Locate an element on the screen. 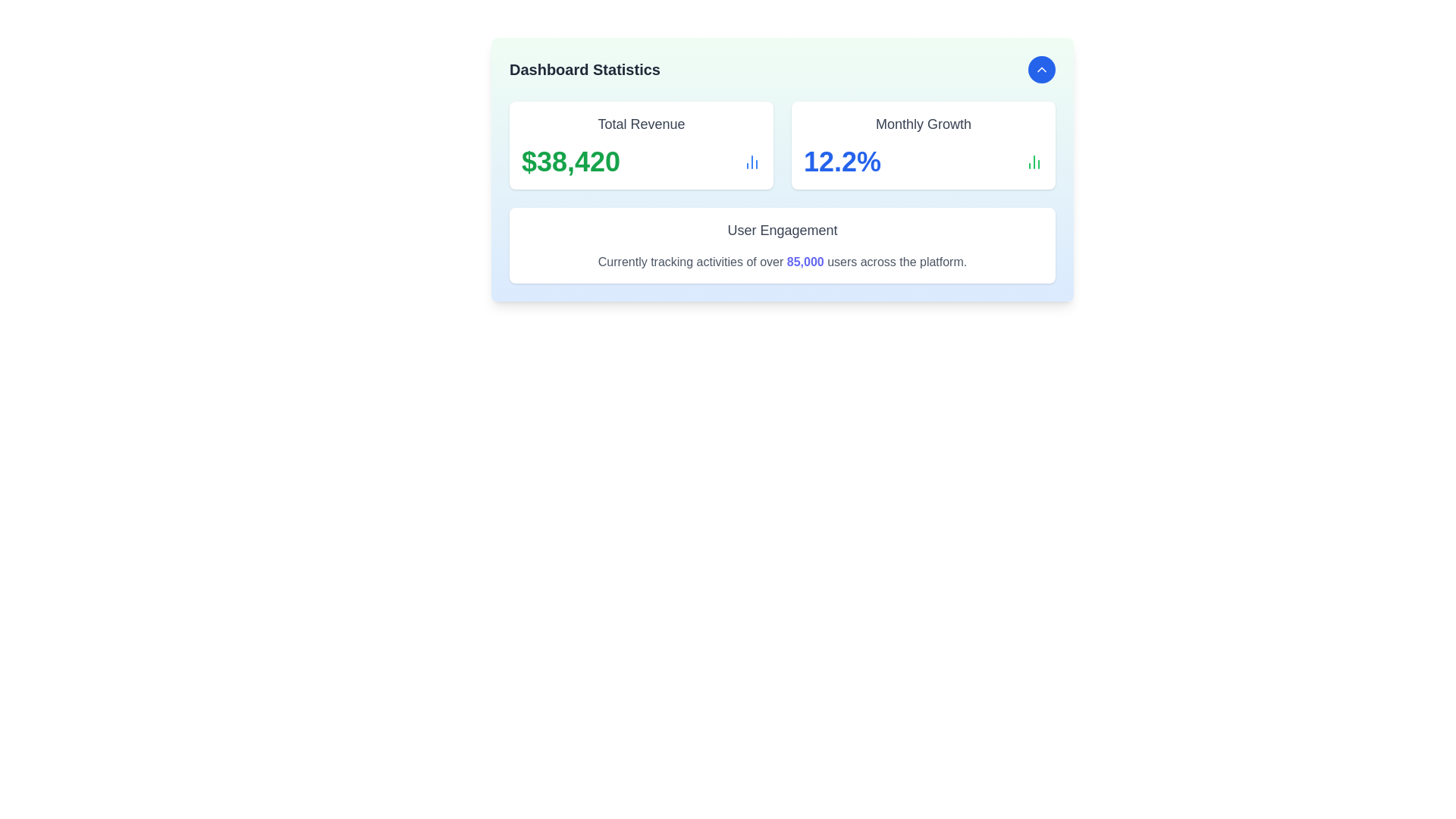  the 'Monthly Growth' informational card, which features a white background, rounded corners, and displays 'Monthly Growth' in dark-gray and '12.2%' in blue is located at coordinates (923, 146).